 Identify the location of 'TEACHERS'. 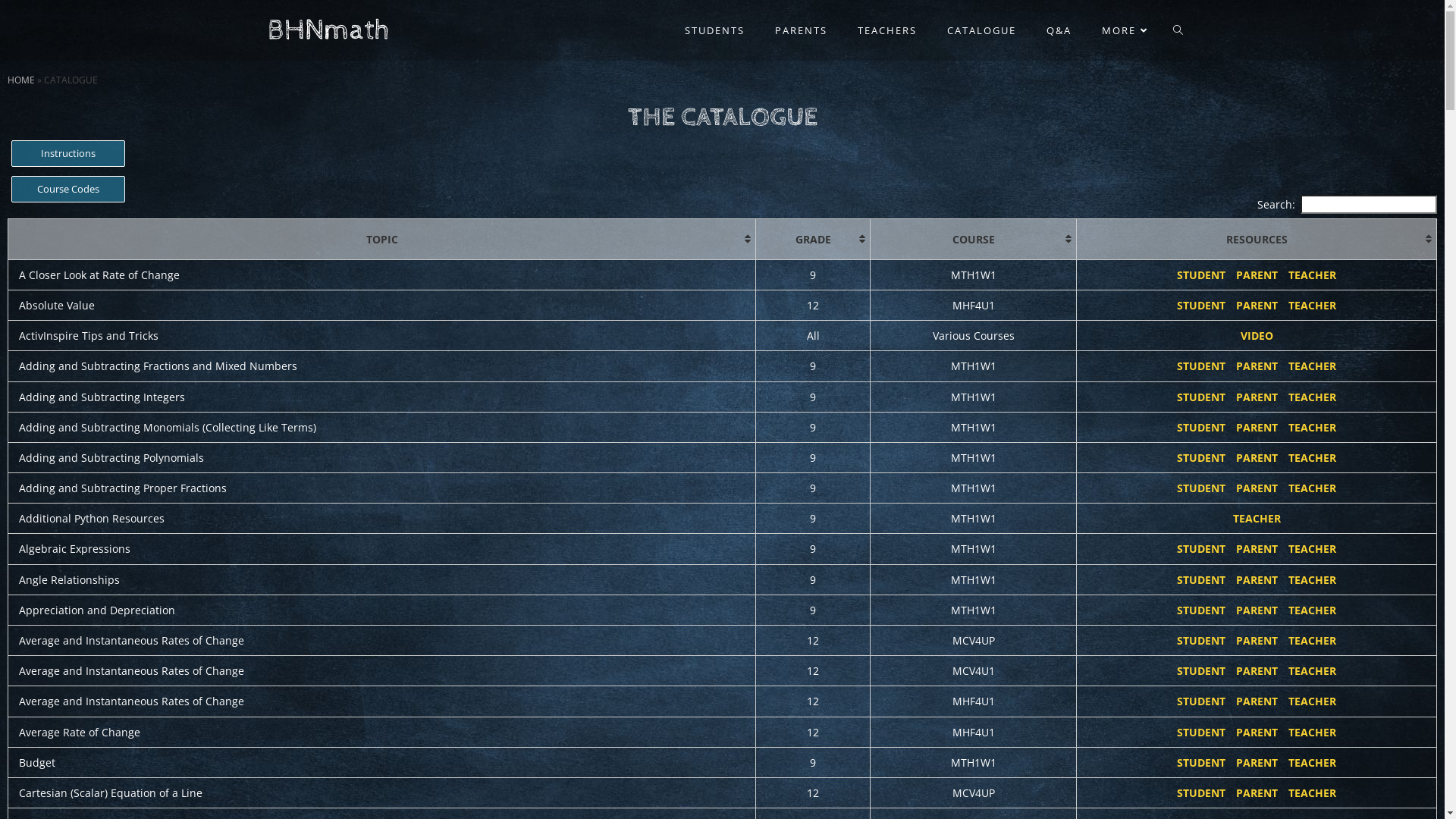
(886, 30).